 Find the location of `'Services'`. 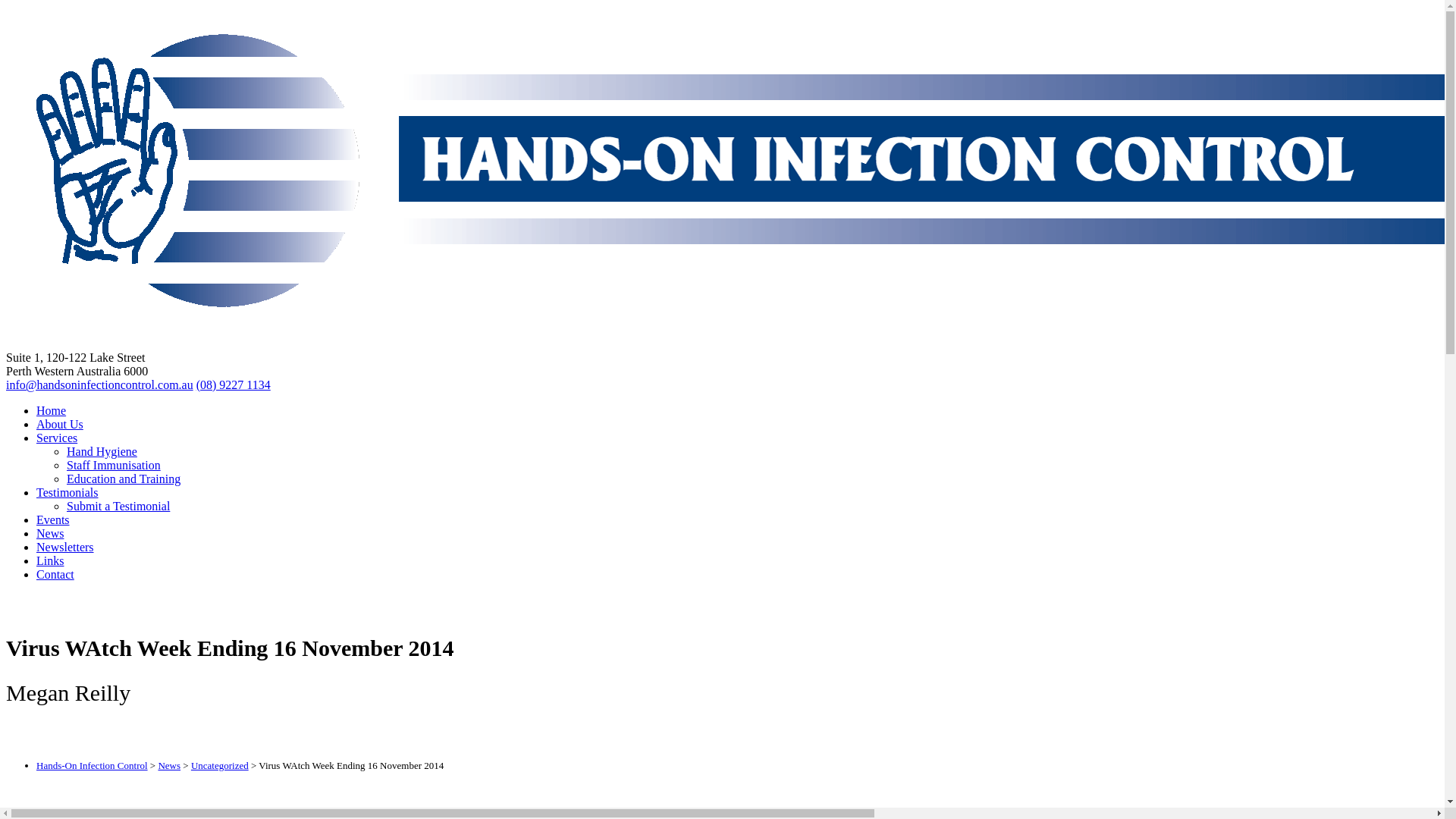

'Services' is located at coordinates (57, 438).